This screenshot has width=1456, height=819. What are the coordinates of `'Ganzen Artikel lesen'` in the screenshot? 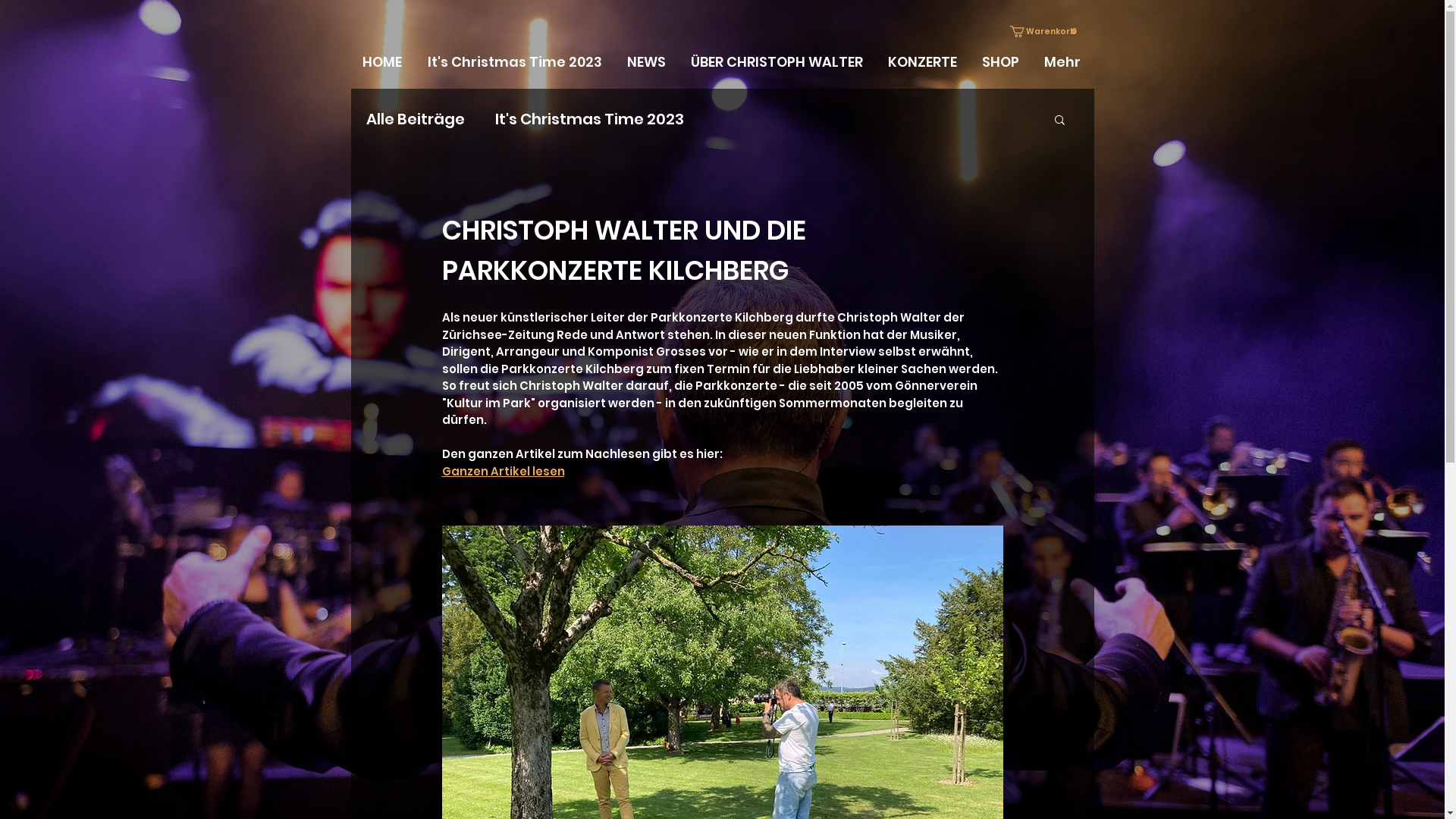 It's located at (502, 469).